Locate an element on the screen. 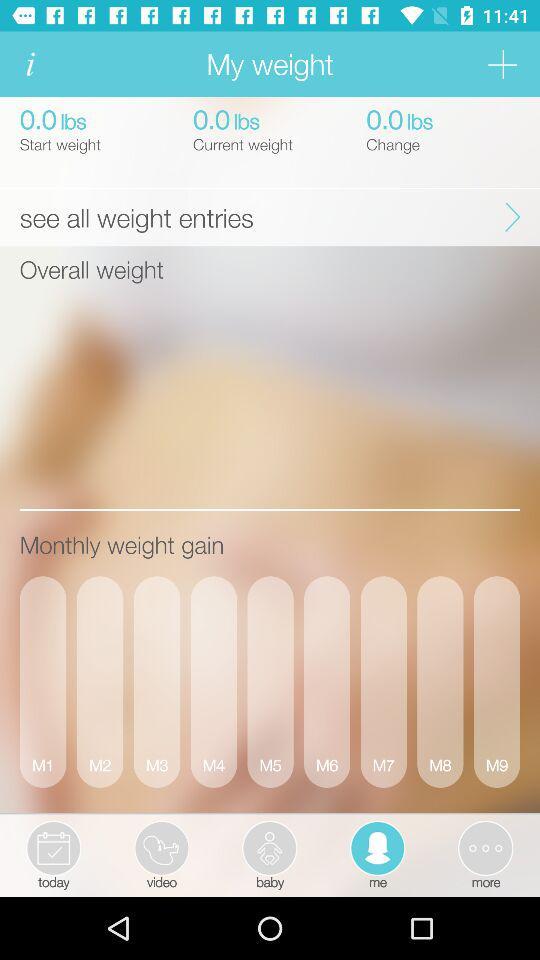 This screenshot has width=540, height=960. go additional tab is located at coordinates (501, 64).